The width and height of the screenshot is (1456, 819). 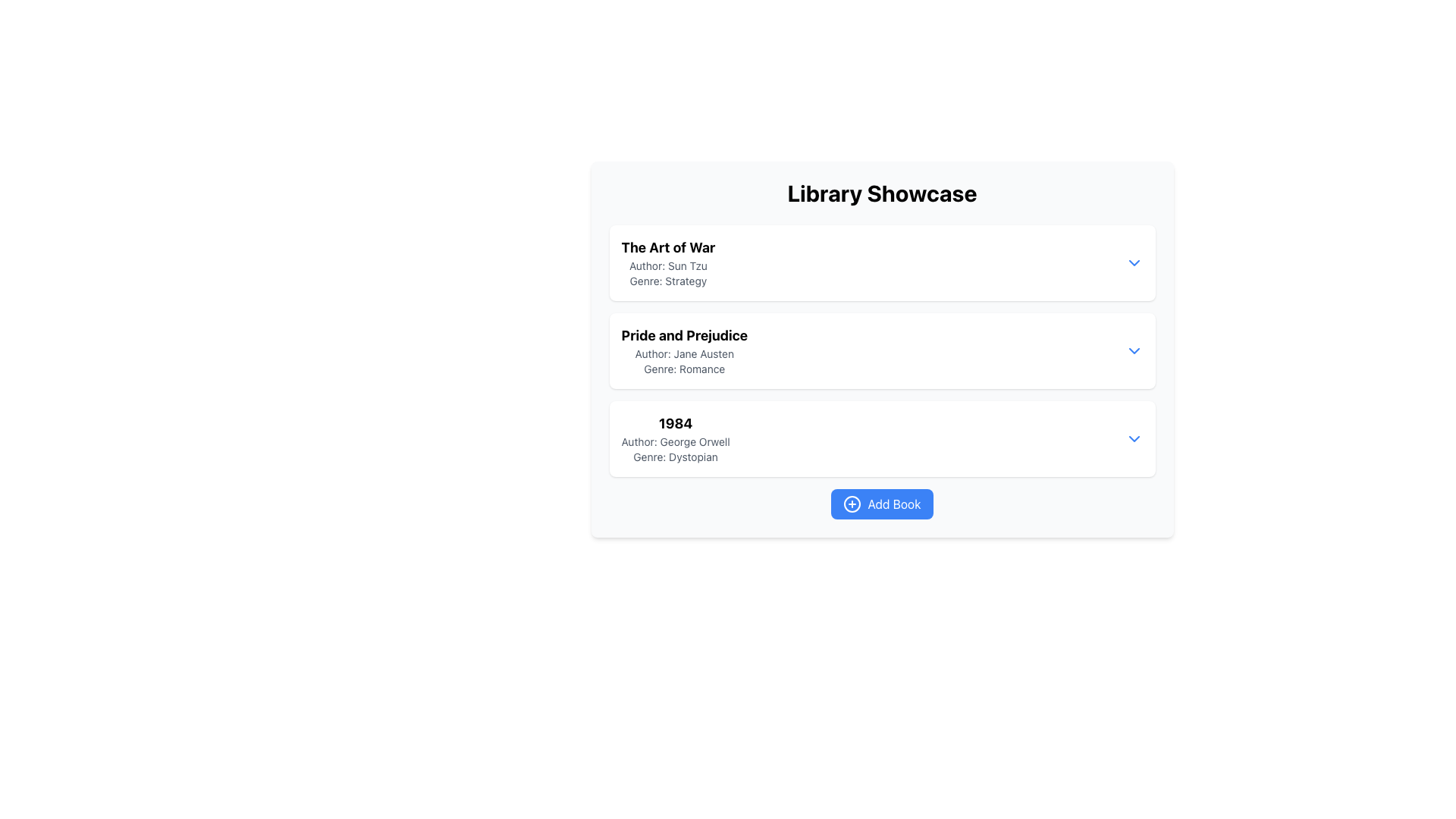 What do you see at coordinates (852, 504) in the screenshot?
I see `the 'add' icon located within the blue rectangular 'Add Book' button, which is positioned to the left of the text` at bounding box center [852, 504].